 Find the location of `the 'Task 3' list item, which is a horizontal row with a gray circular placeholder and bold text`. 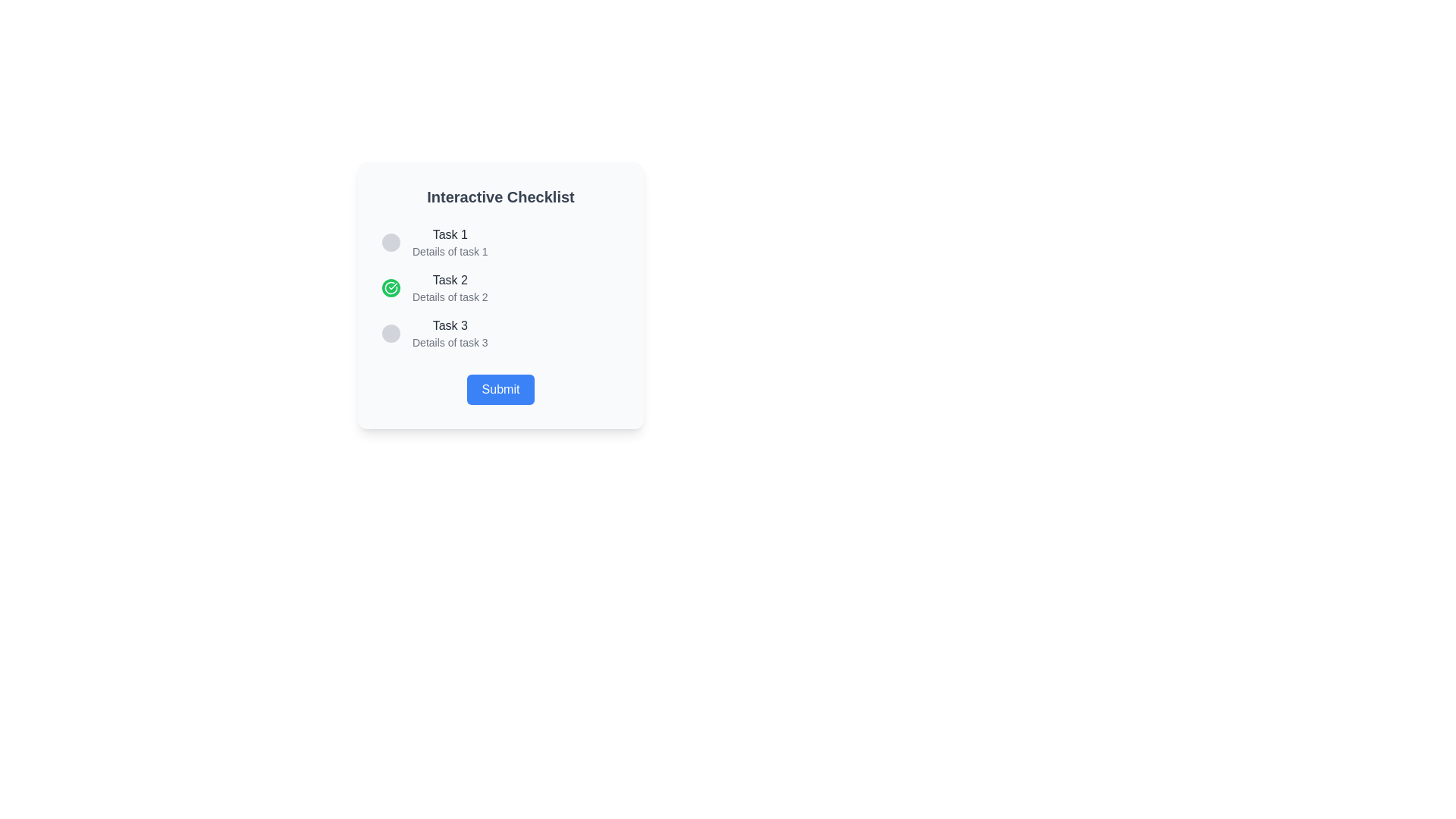

the 'Task 3' list item, which is a horizontal row with a gray circular placeholder and bold text is located at coordinates (500, 332).